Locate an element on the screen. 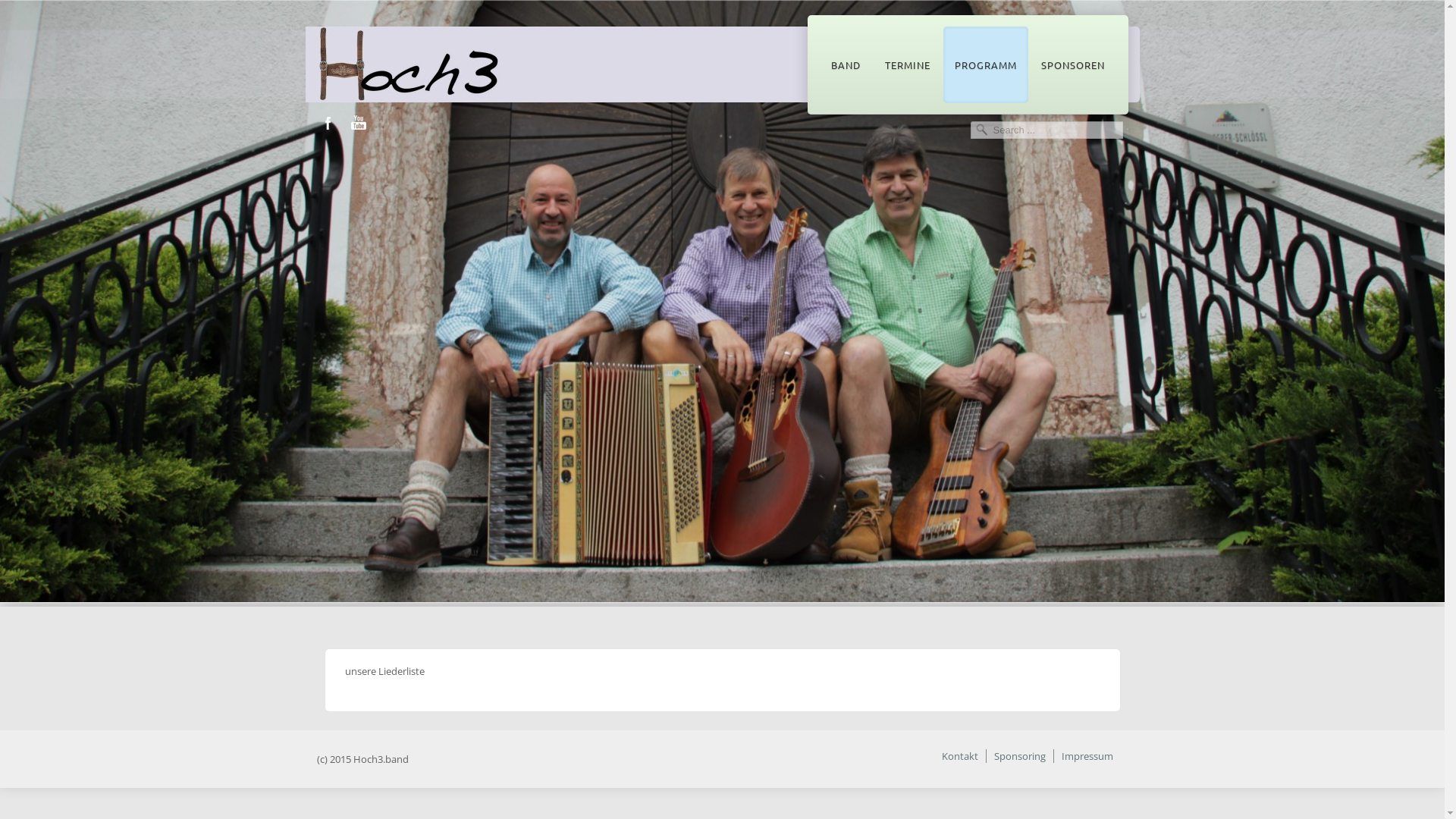  'SPONSOREN' is located at coordinates (1072, 64).